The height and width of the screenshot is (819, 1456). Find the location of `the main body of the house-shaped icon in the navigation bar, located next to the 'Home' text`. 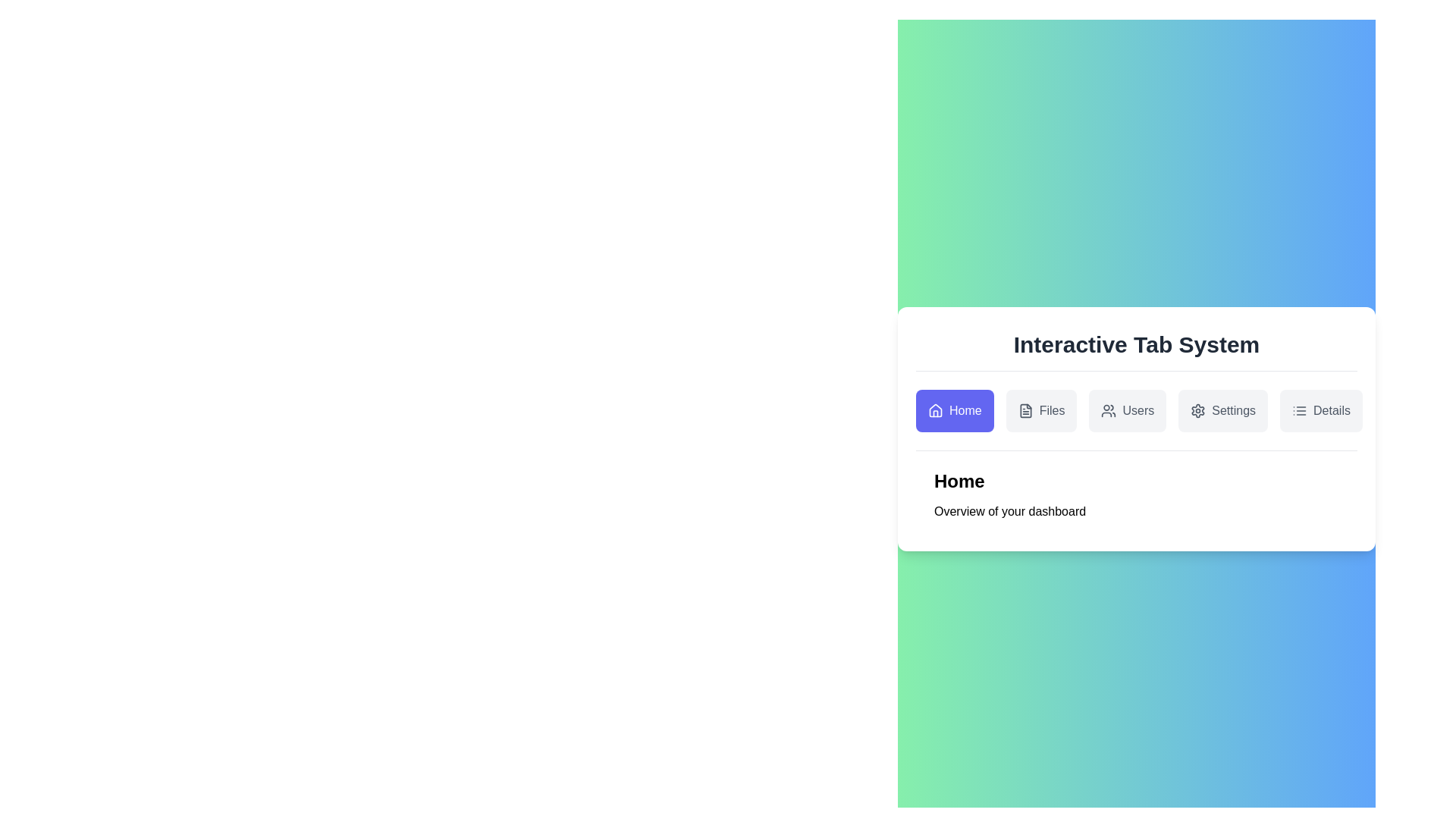

the main body of the house-shaped icon in the navigation bar, located next to the 'Home' text is located at coordinates (934, 409).